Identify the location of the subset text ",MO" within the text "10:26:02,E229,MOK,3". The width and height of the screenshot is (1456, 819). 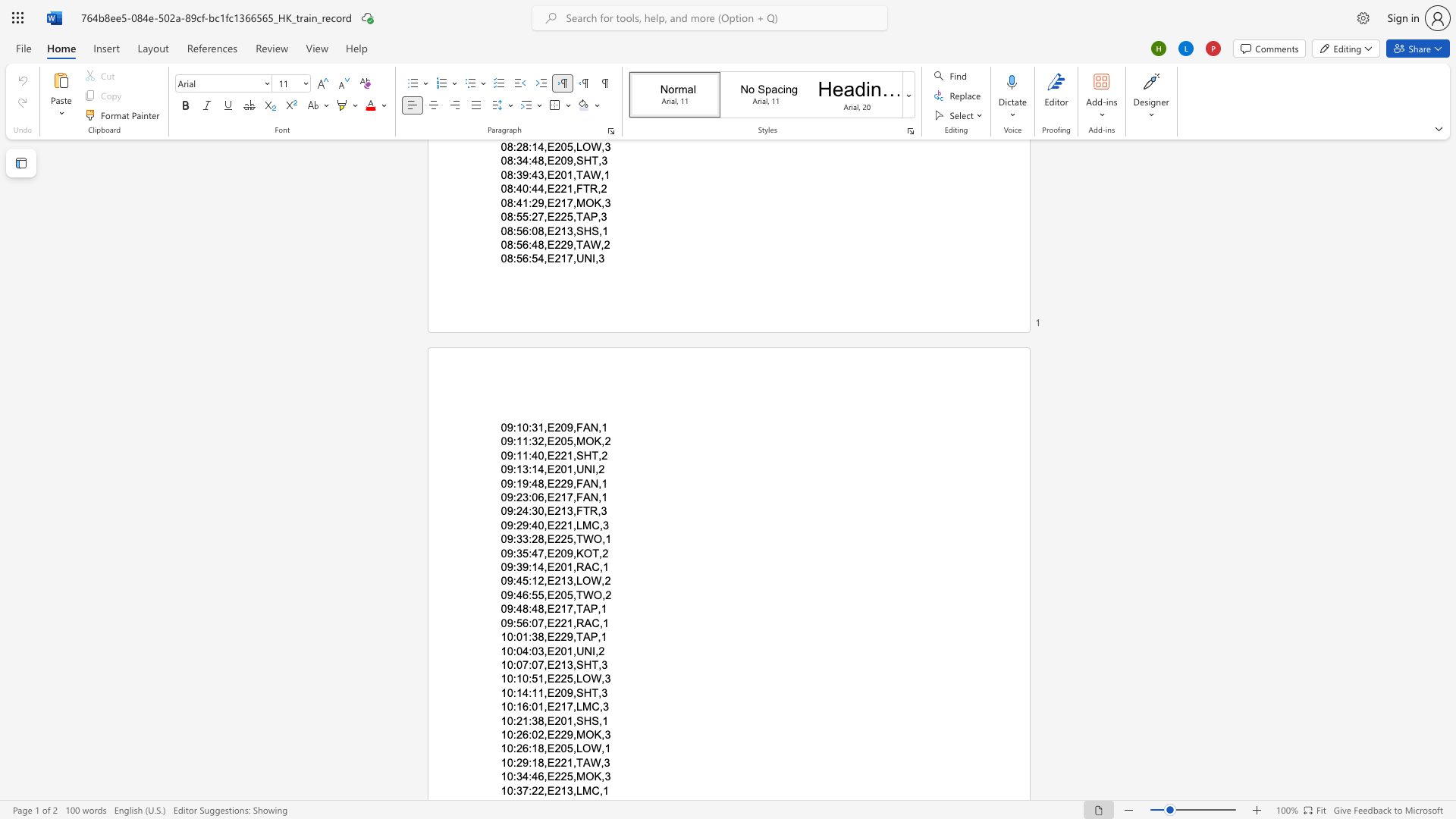
(572, 733).